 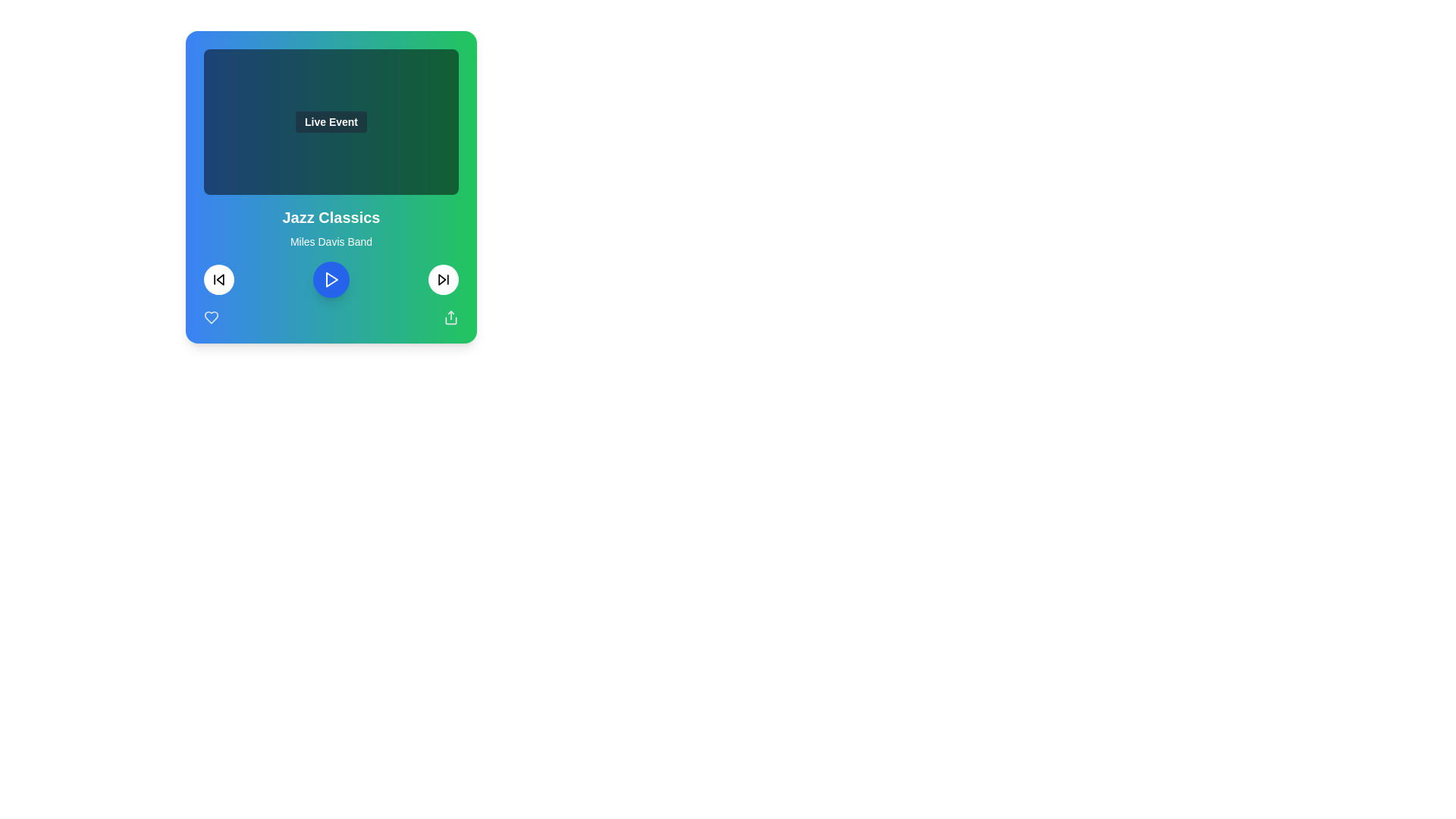 I want to click on the static text label displaying 'Miles Davis Band', which is positioned below the 'Jazz Classics' title and above the playback controls, so click(x=330, y=241).